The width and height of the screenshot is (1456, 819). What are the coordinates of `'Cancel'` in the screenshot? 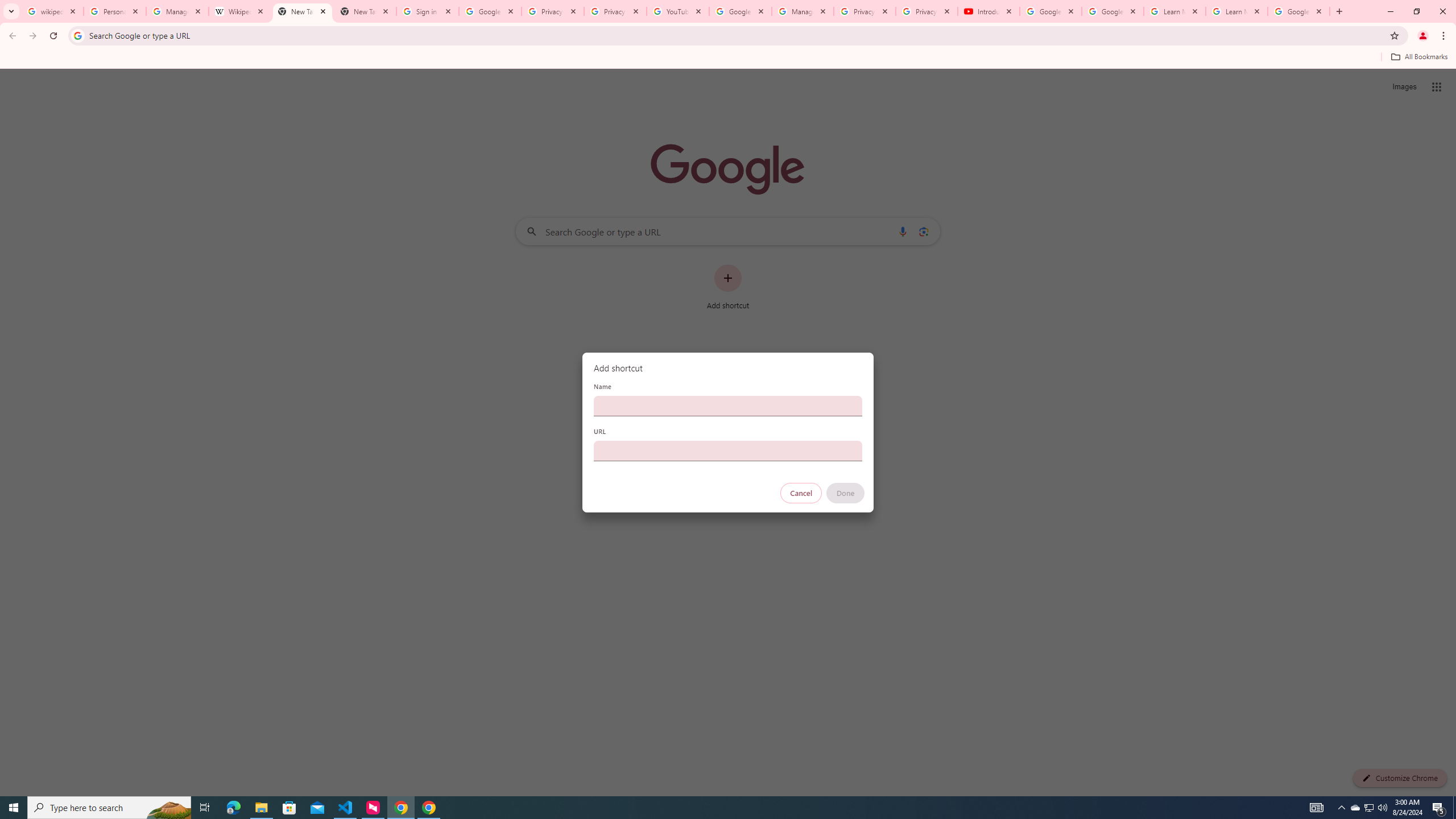 It's located at (801, 493).